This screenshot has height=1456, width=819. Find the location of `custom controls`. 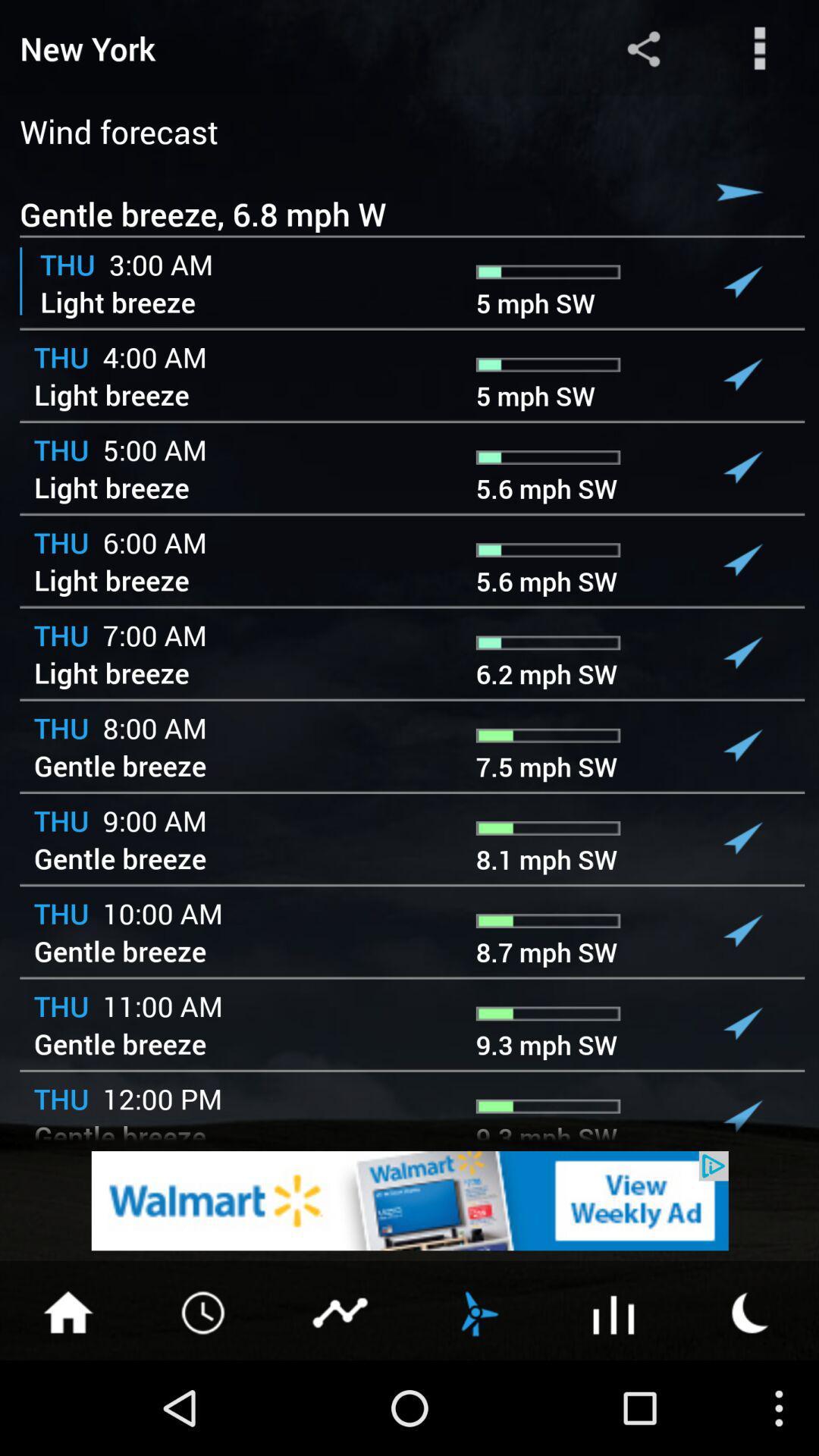

custom controls is located at coordinates (760, 48).